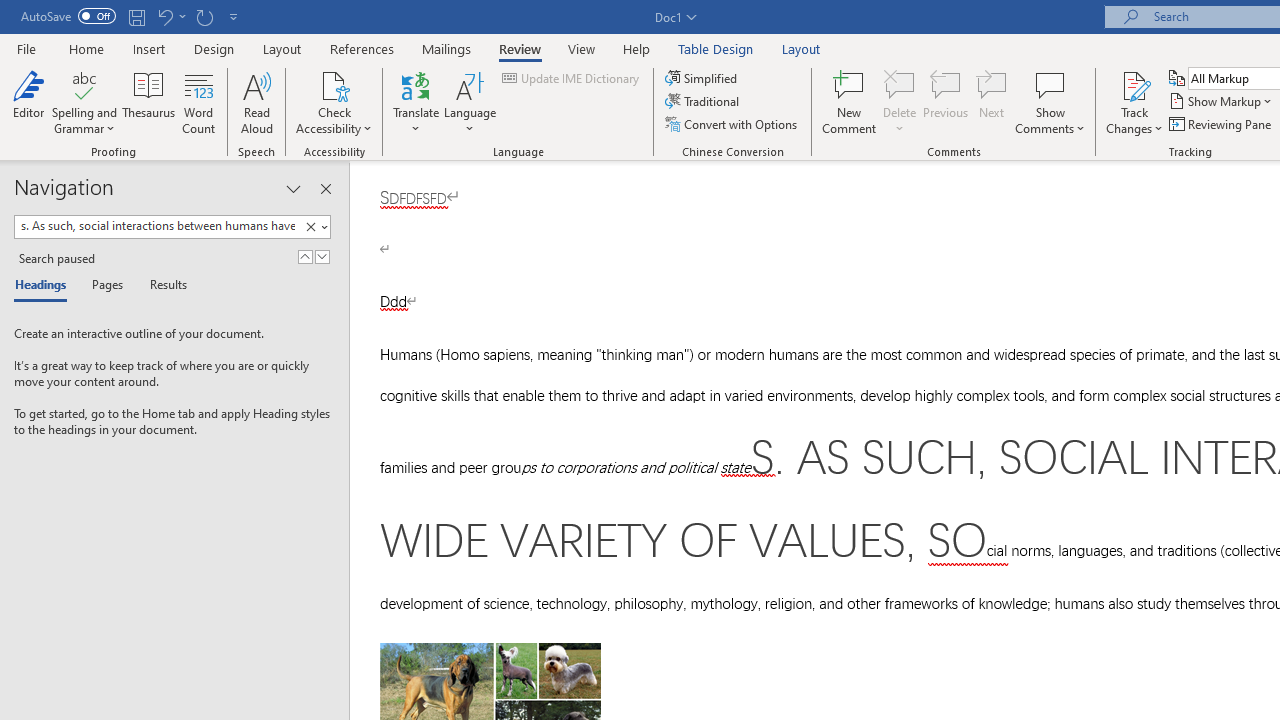  I want to click on 'Previous', so click(945, 103).